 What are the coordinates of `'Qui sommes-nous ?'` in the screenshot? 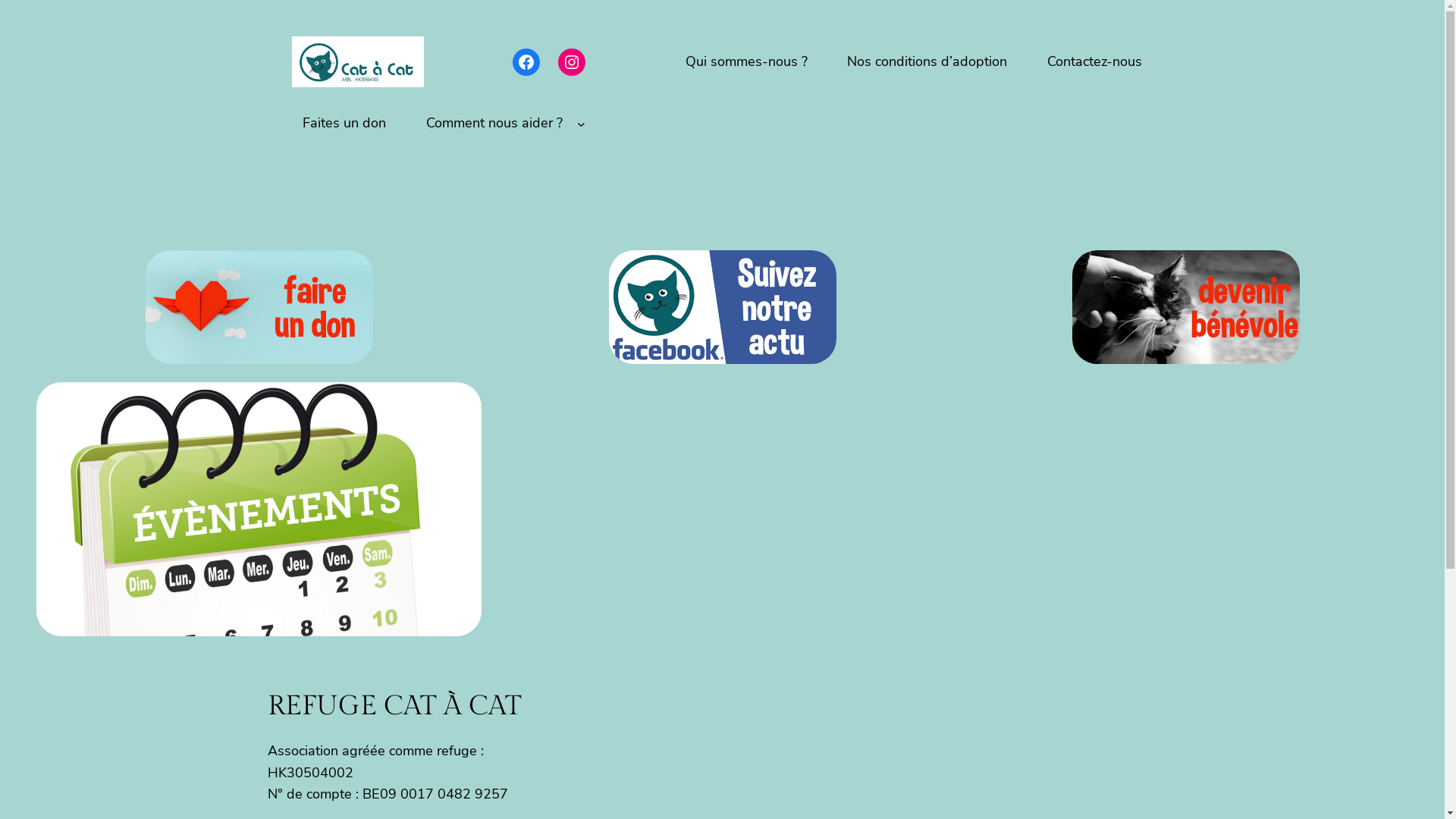 It's located at (673, 61).